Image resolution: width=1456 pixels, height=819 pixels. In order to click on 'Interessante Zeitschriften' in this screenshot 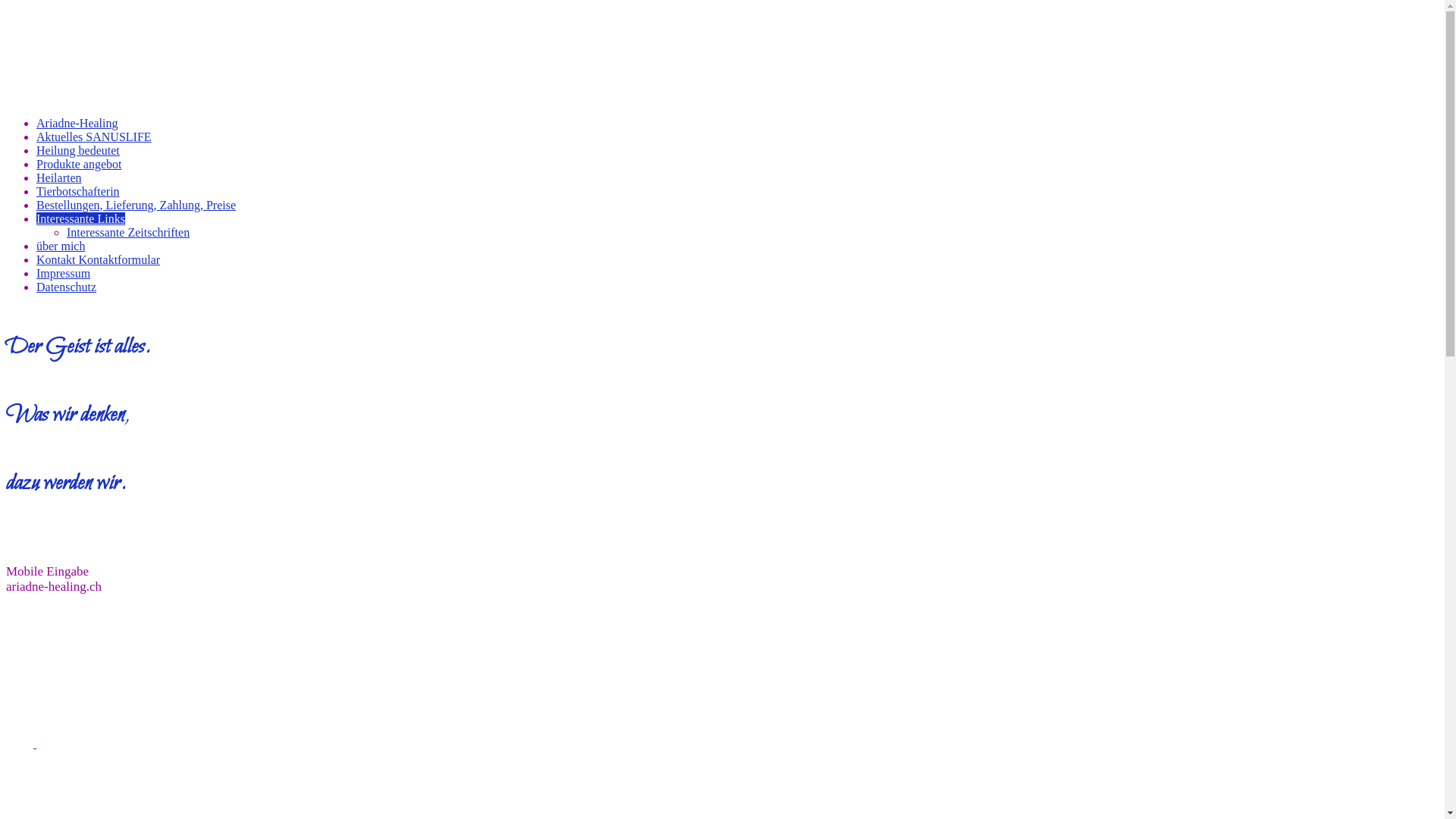, I will do `click(127, 232)`.